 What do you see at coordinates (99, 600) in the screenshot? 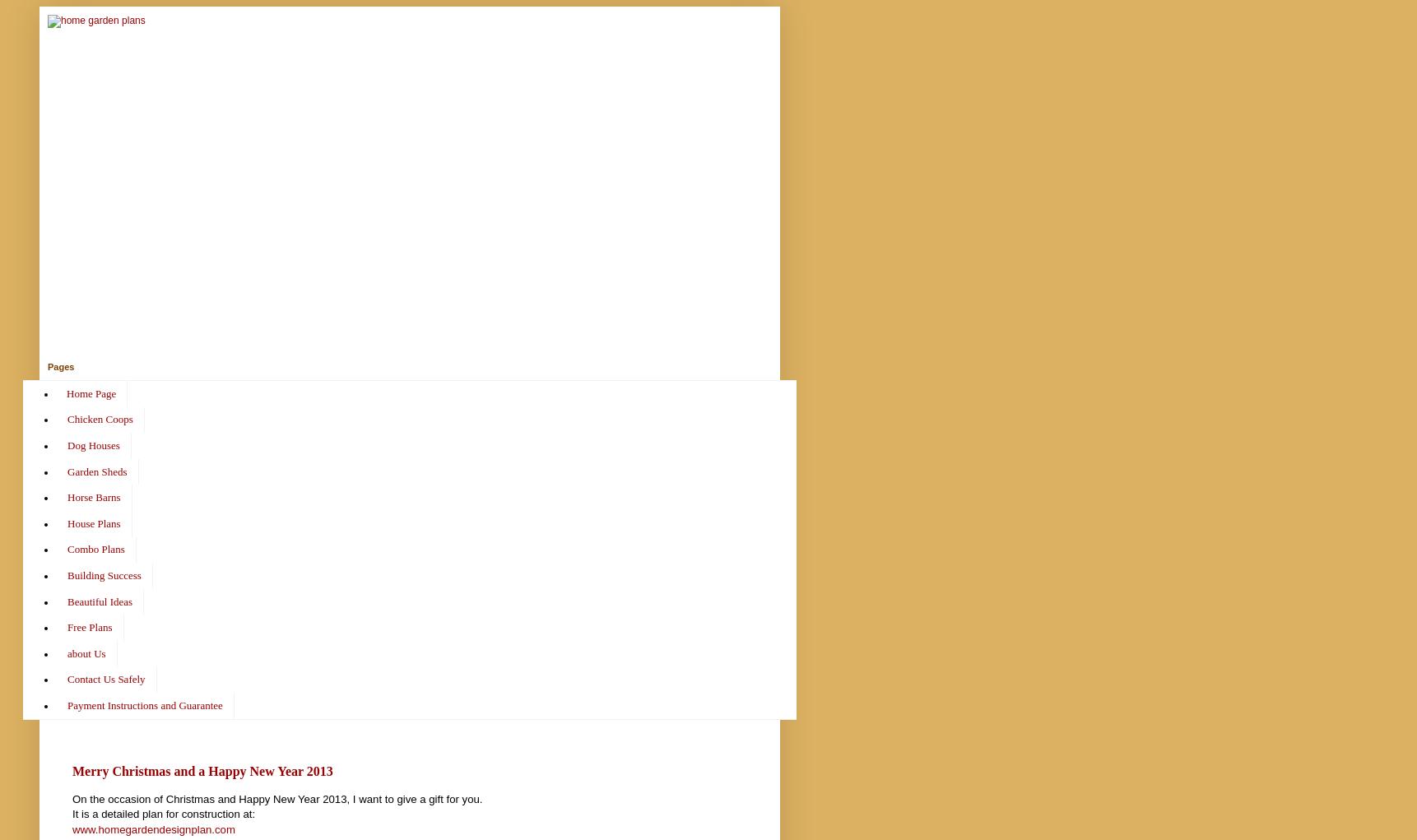
I see `'Beautiful Ideas'` at bounding box center [99, 600].